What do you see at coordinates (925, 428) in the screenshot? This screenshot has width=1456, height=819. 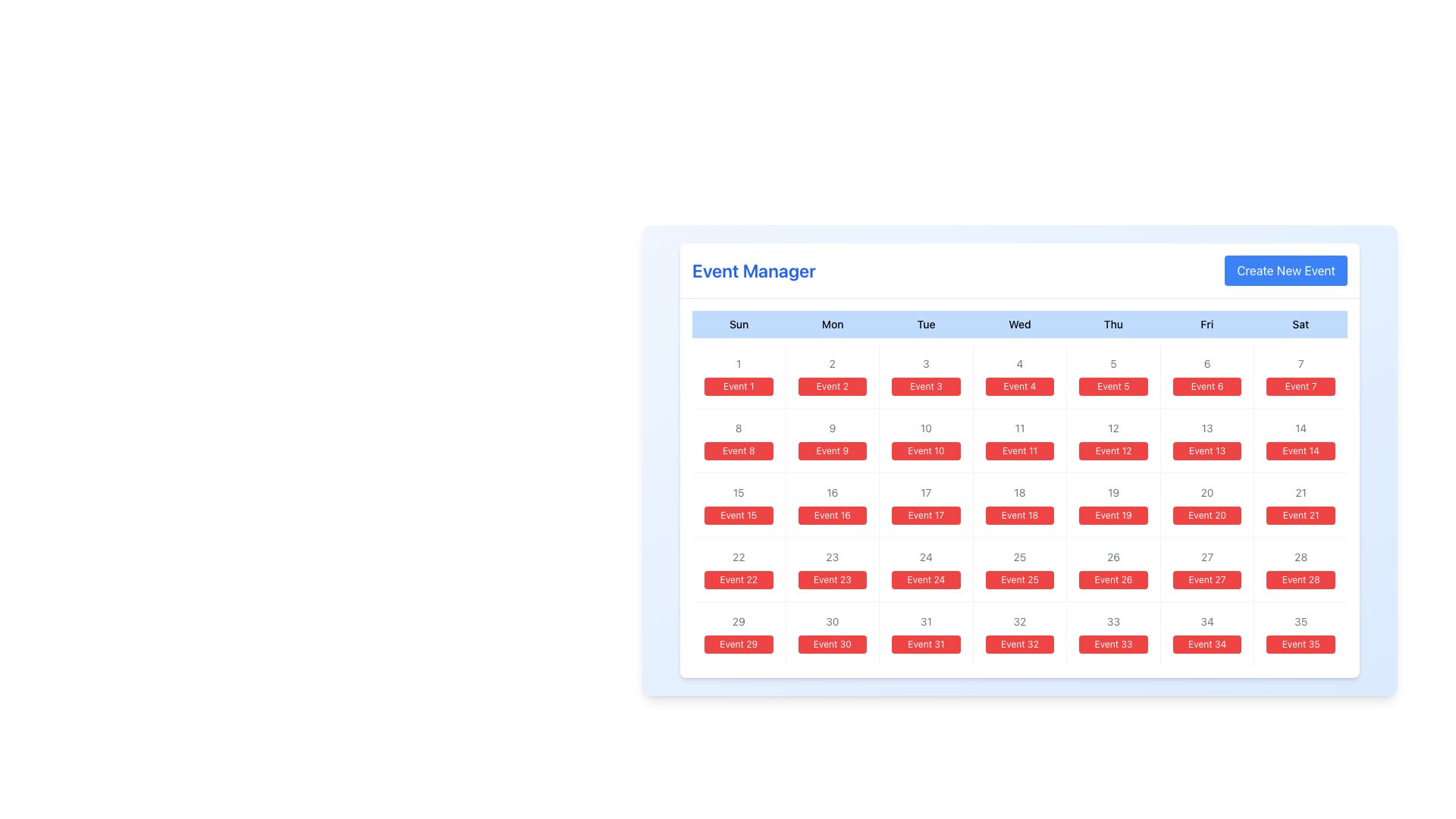 I see `the text label displaying the value '10' located in the grid cell for Tuesday, positioned in the second row and third column` at bounding box center [925, 428].